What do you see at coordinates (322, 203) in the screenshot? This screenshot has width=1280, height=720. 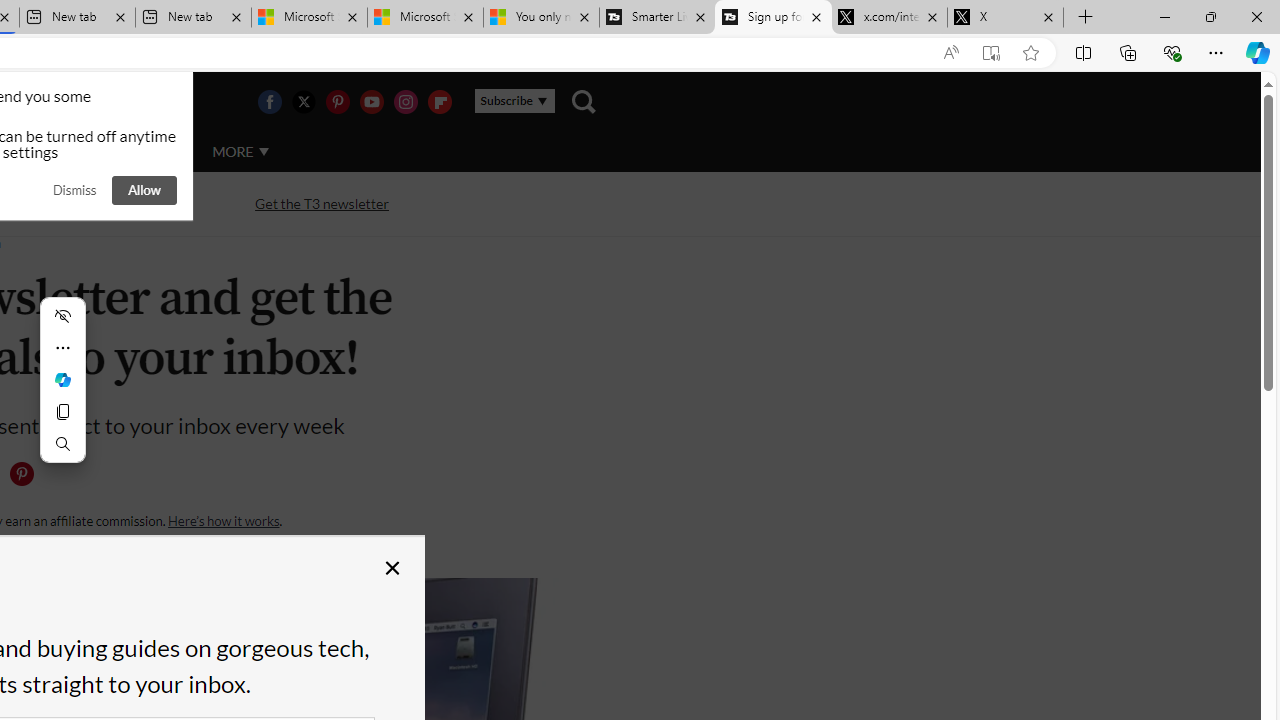 I see `'Get the T3 newsletter'` at bounding box center [322, 203].